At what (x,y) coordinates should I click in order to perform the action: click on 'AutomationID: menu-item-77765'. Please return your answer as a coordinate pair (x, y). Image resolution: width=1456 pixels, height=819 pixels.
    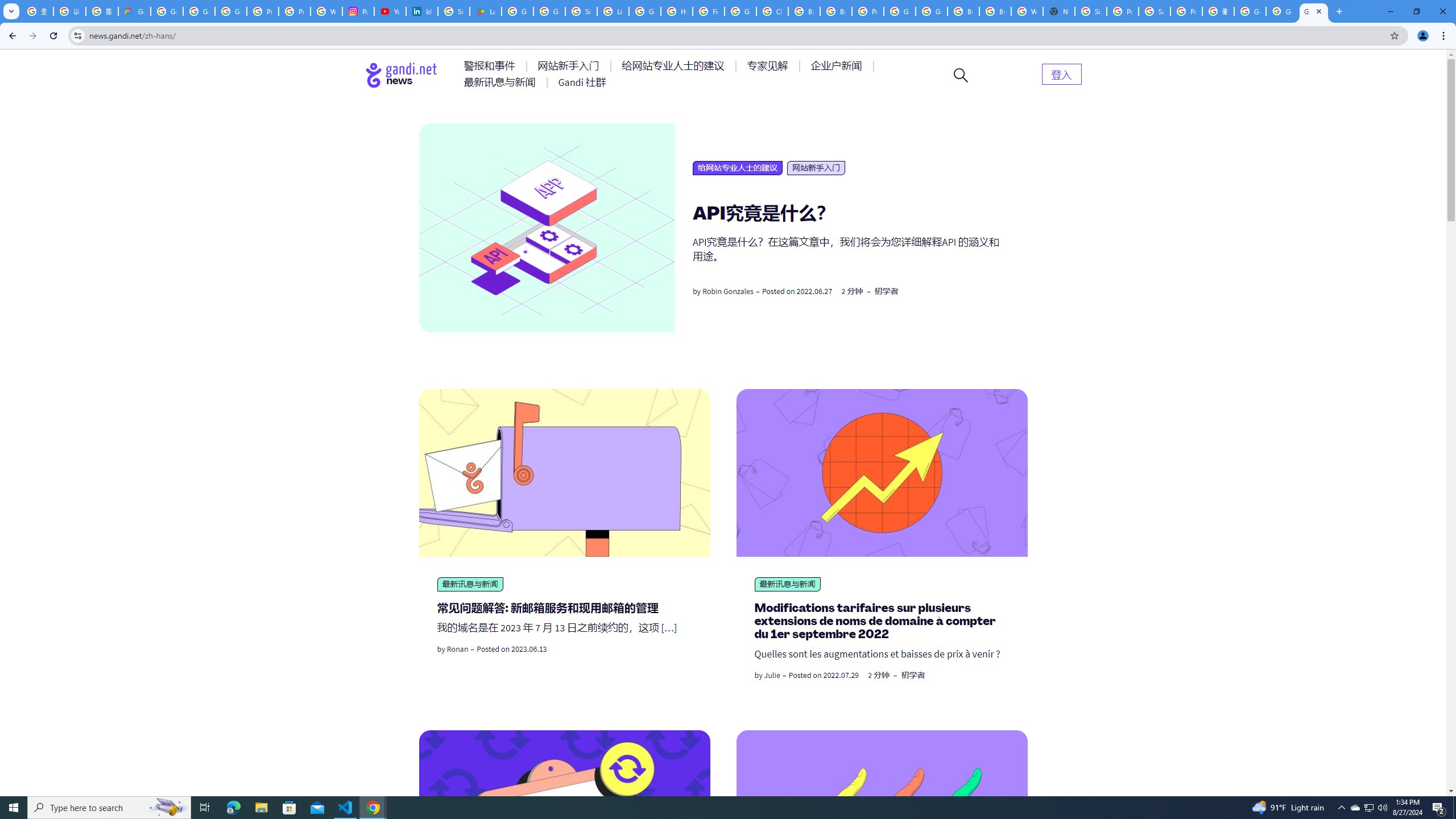
    Looking at the image, I should click on (838, 65).